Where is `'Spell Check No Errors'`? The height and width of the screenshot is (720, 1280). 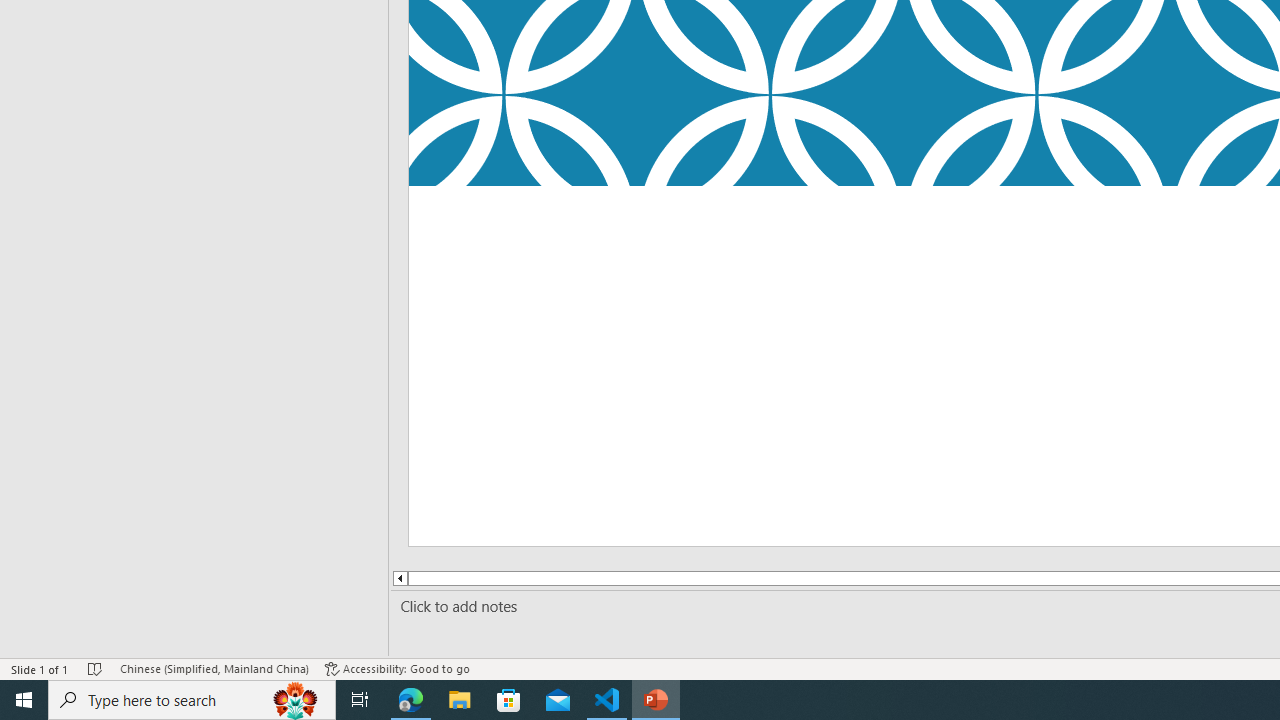
'Spell Check No Errors' is located at coordinates (95, 669).